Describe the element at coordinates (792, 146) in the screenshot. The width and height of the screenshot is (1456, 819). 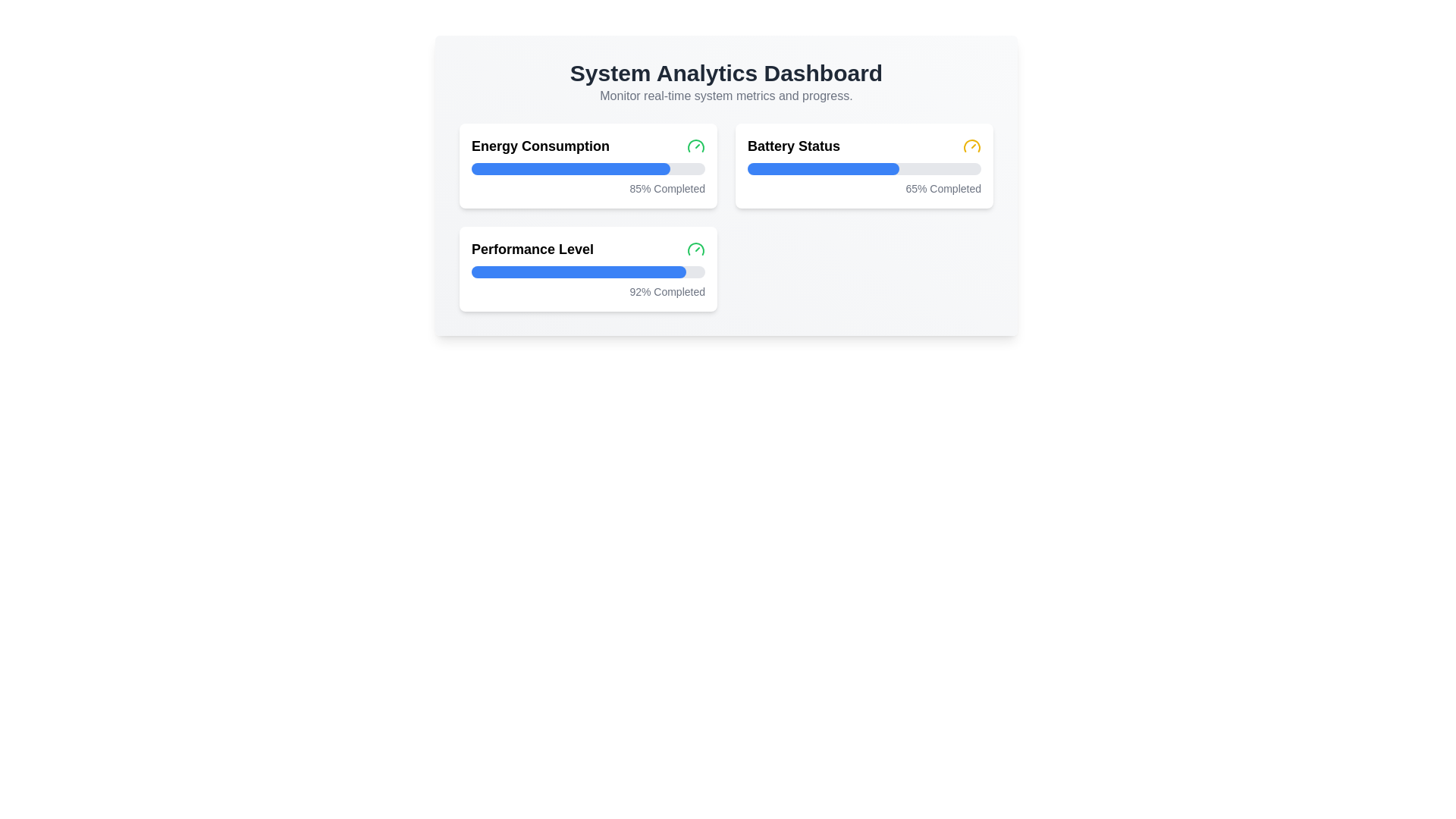
I see `battery status label located in the top-right card of the dashboard, positioned slightly left of the card's center, above the progress bar` at that location.